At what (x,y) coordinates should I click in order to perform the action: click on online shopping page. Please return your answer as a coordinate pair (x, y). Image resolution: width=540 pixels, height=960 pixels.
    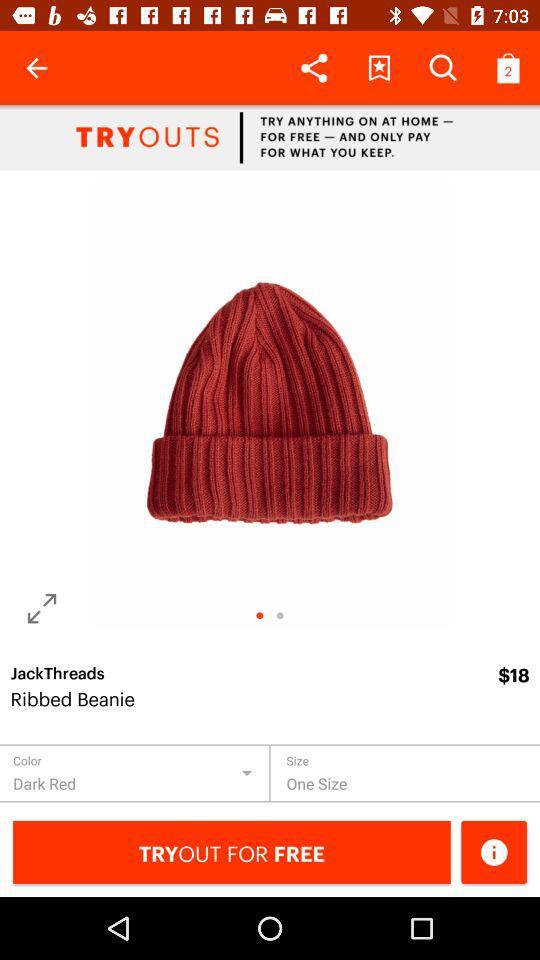
    Looking at the image, I should click on (270, 136).